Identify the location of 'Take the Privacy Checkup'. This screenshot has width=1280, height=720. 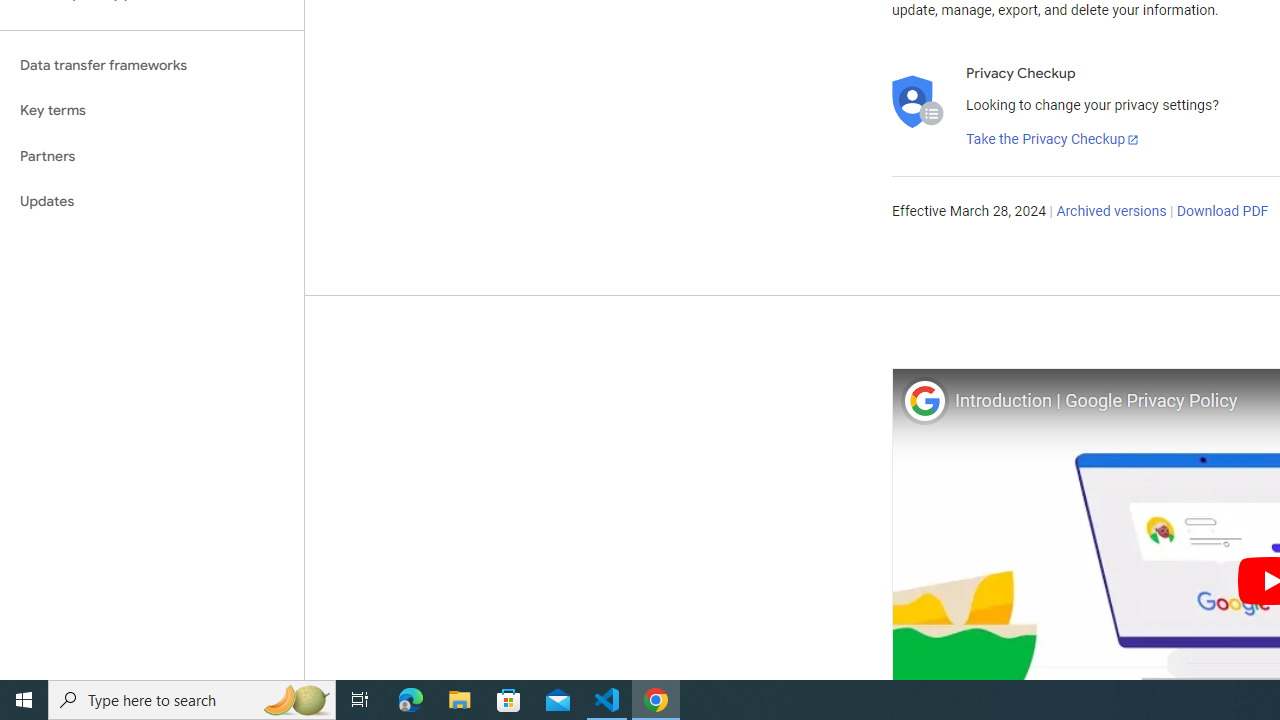
(1052, 139).